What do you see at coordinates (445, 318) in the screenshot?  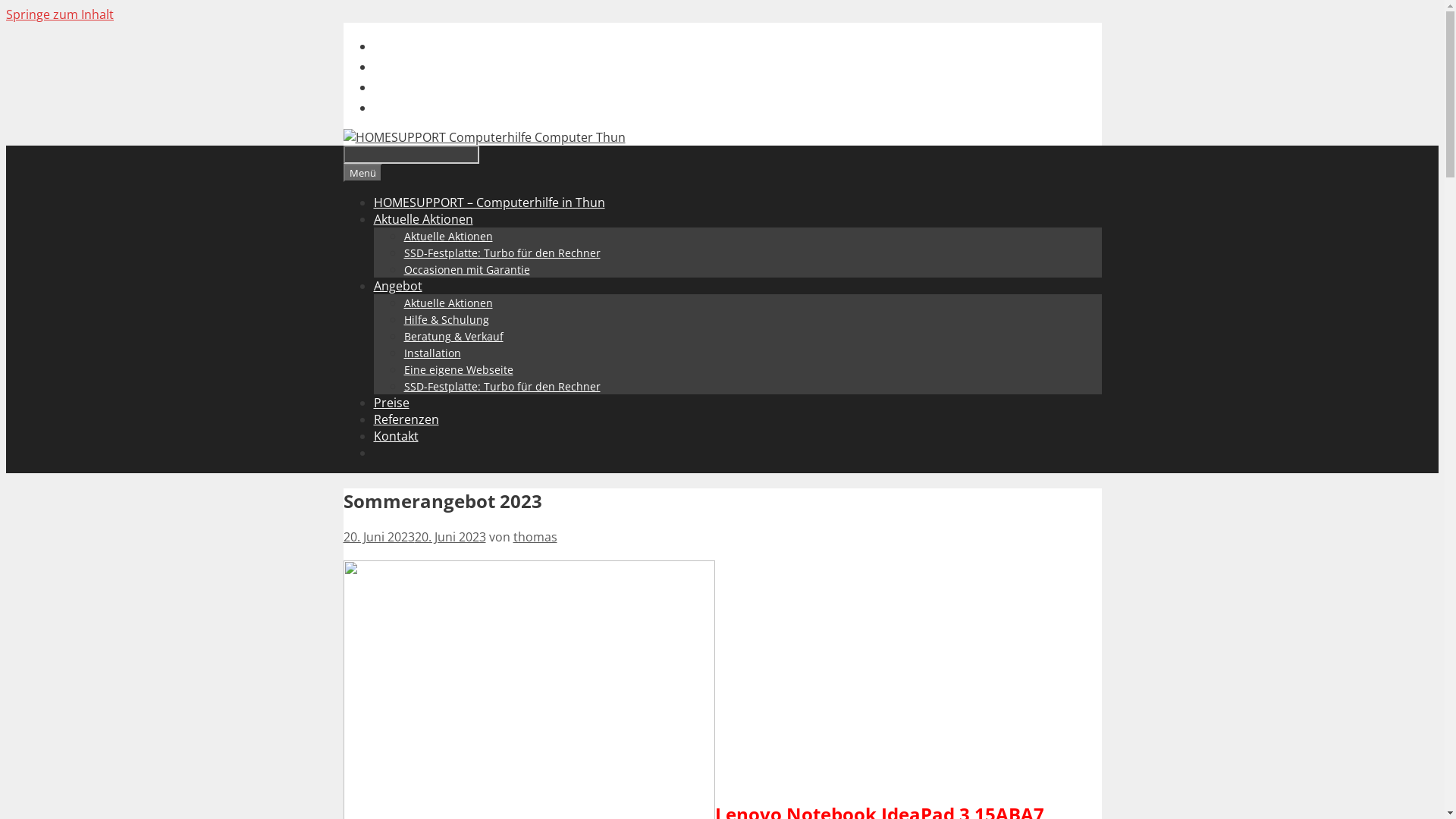 I see `'Hilfe & Schulung'` at bounding box center [445, 318].